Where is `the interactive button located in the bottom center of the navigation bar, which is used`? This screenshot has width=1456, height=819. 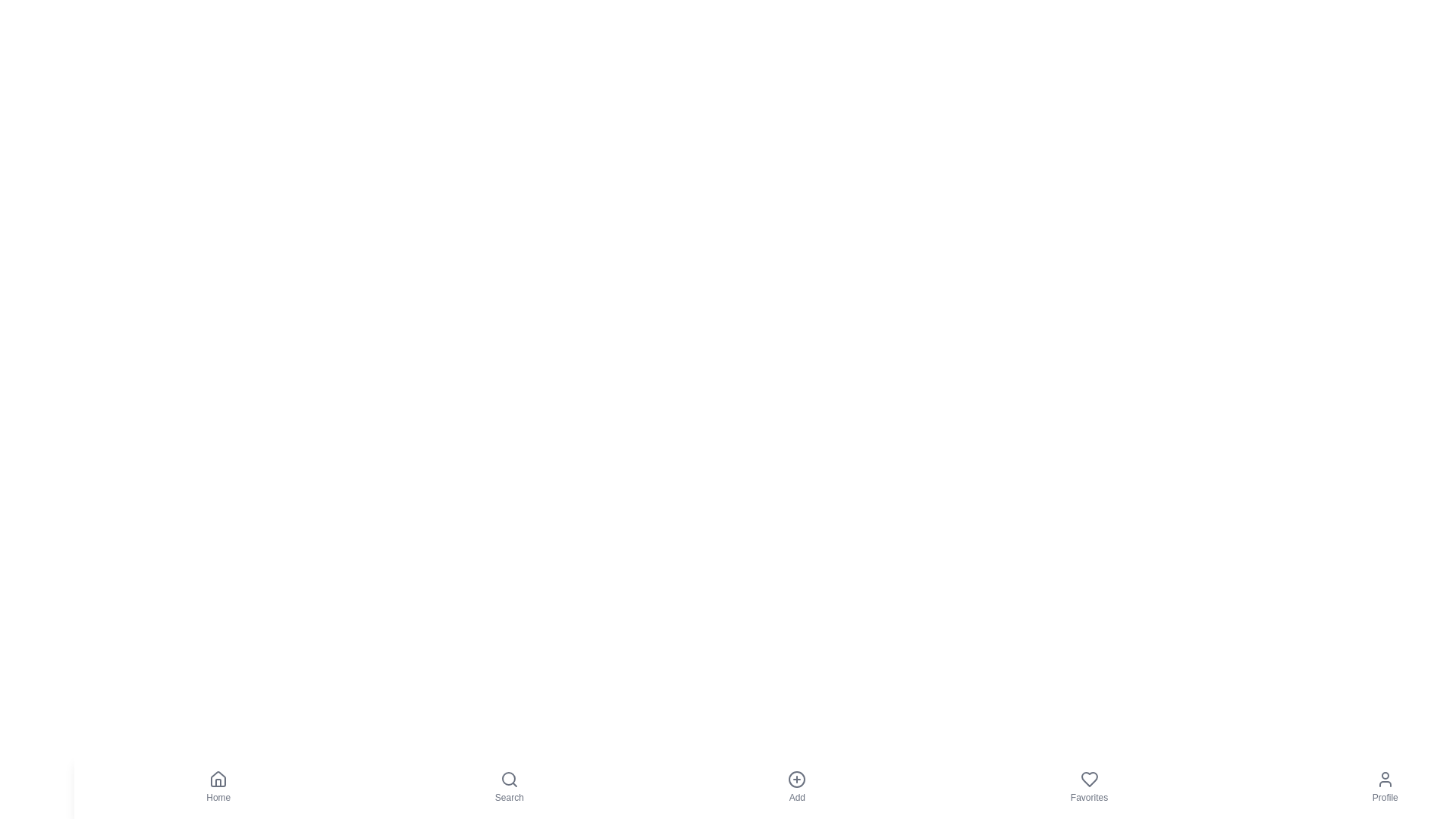
the interactive button located in the bottom center of the navigation bar, which is used is located at coordinates (796, 786).